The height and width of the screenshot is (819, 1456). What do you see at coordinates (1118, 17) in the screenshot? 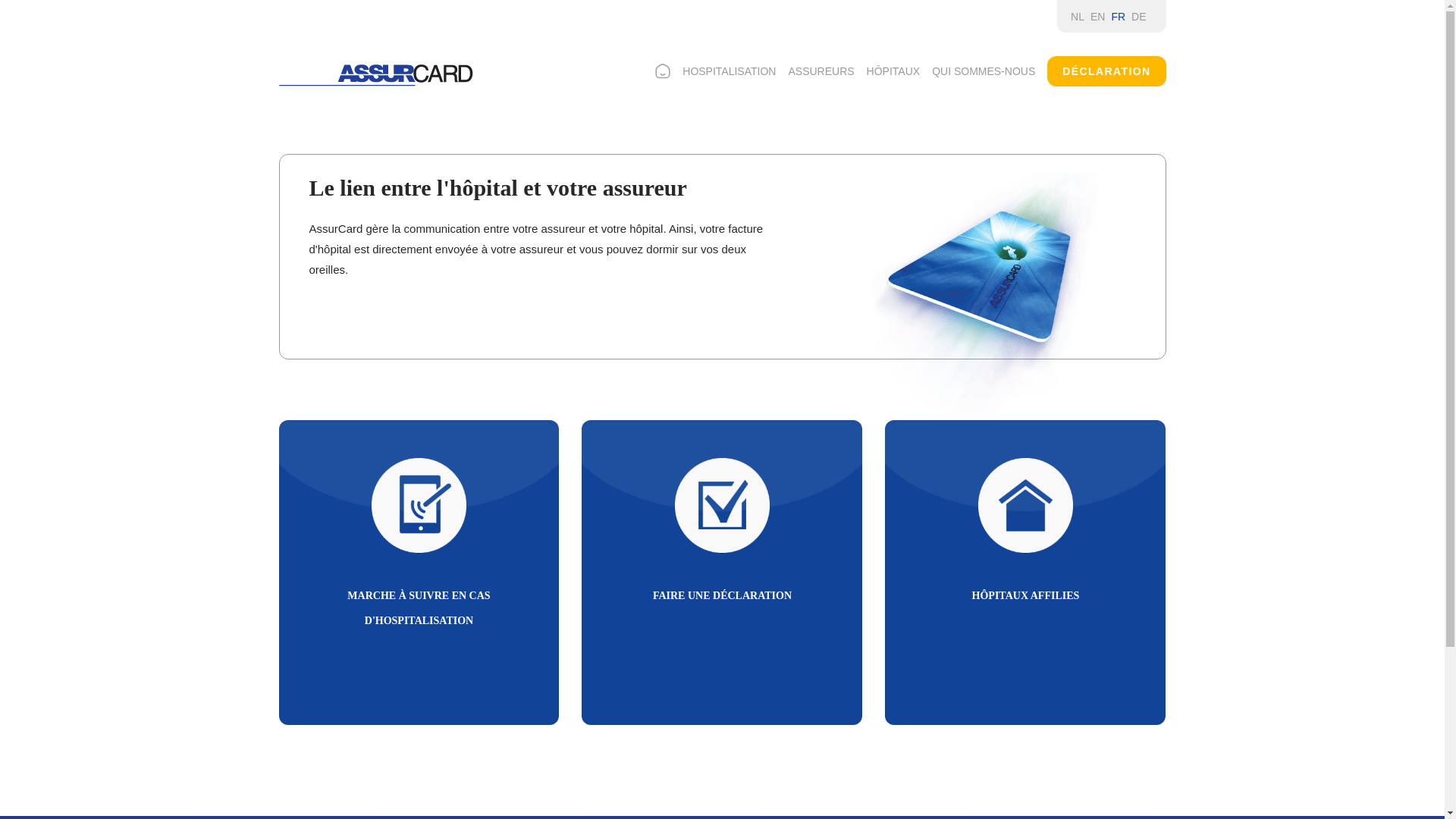
I see `'FR'` at bounding box center [1118, 17].